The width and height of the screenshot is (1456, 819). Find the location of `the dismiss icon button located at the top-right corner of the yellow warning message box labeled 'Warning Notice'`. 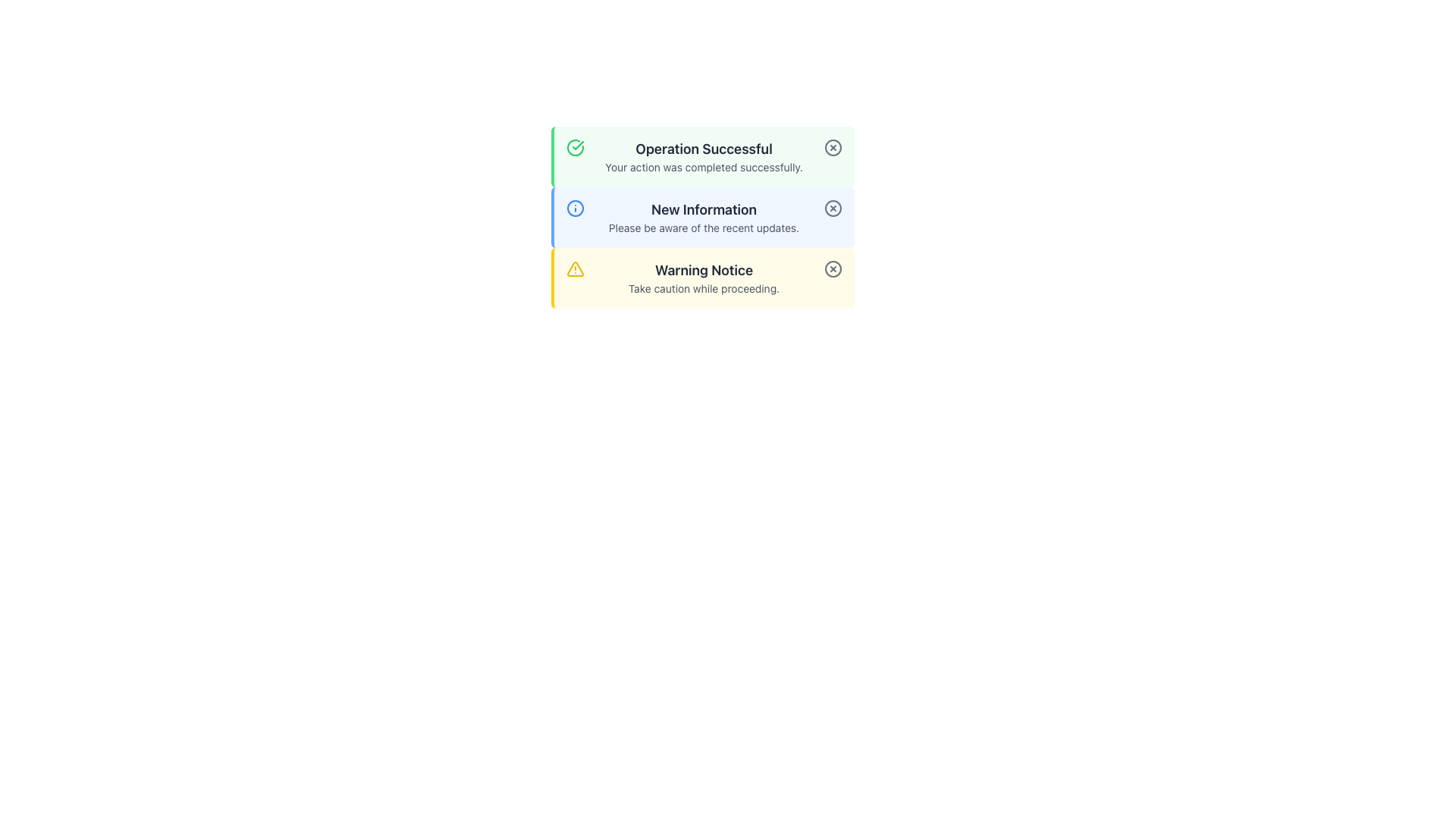

the dismiss icon button located at the top-right corner of the yellow warning message box labeled 'Warning Notice' is located at coordinates (832, 268).